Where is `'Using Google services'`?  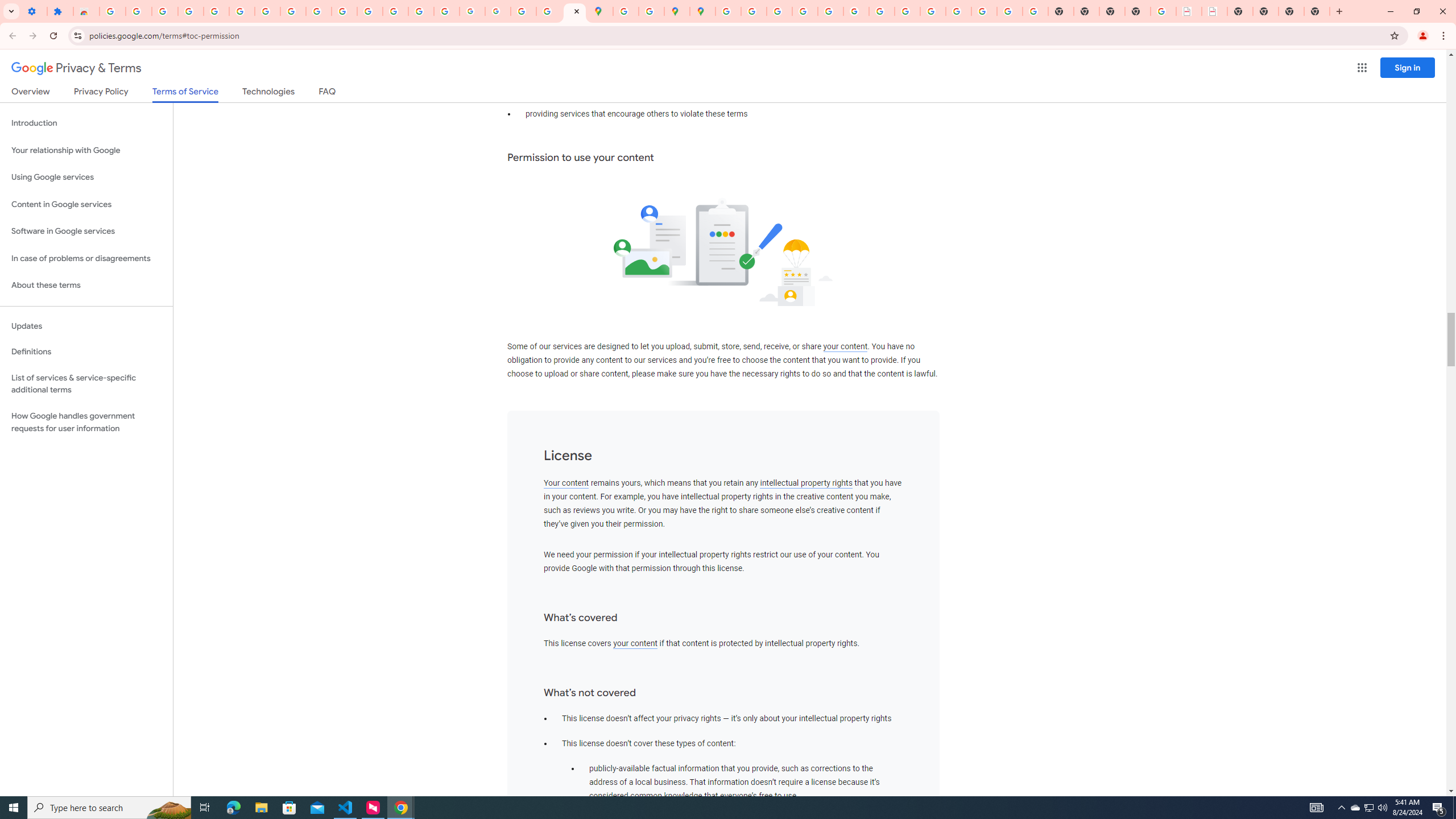
'Using Google services' is located at coordinates (86, 176).